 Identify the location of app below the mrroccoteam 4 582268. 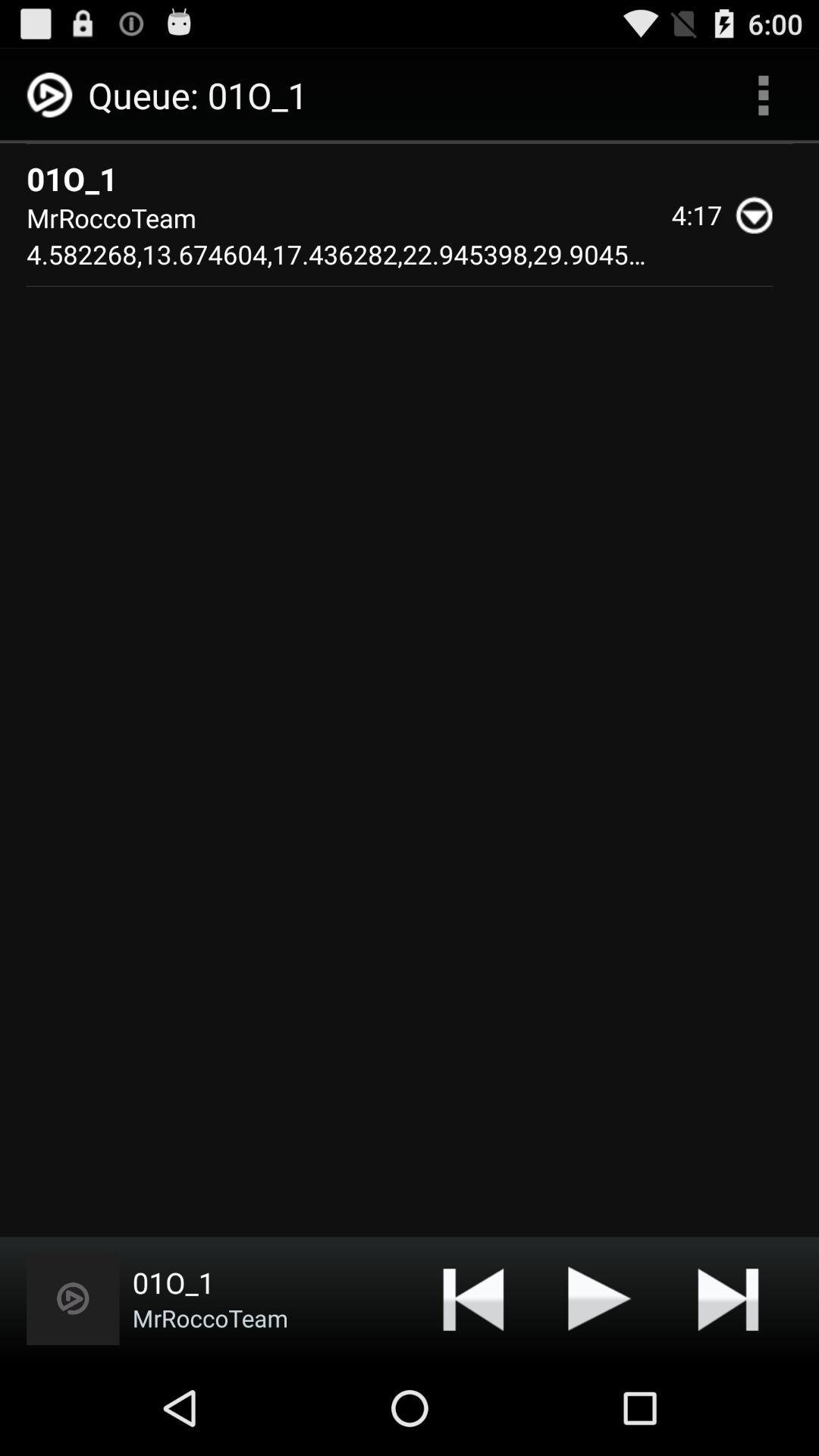
(727, 1298).